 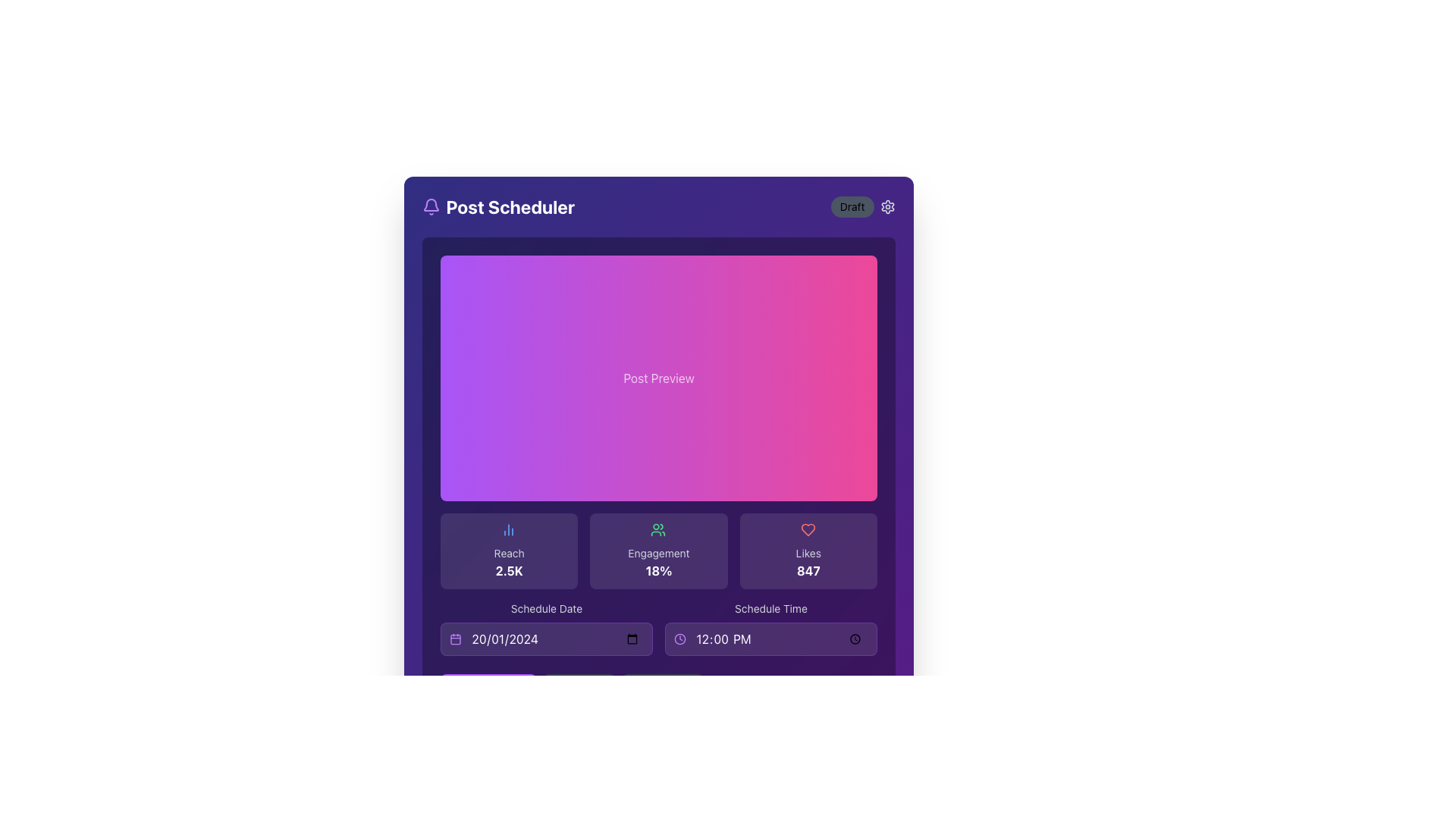 I want to click on the small purple clock icon with a thin circular border located to the left of the time input field in the 'Schedule Time' section, so click(x=679, y=639).